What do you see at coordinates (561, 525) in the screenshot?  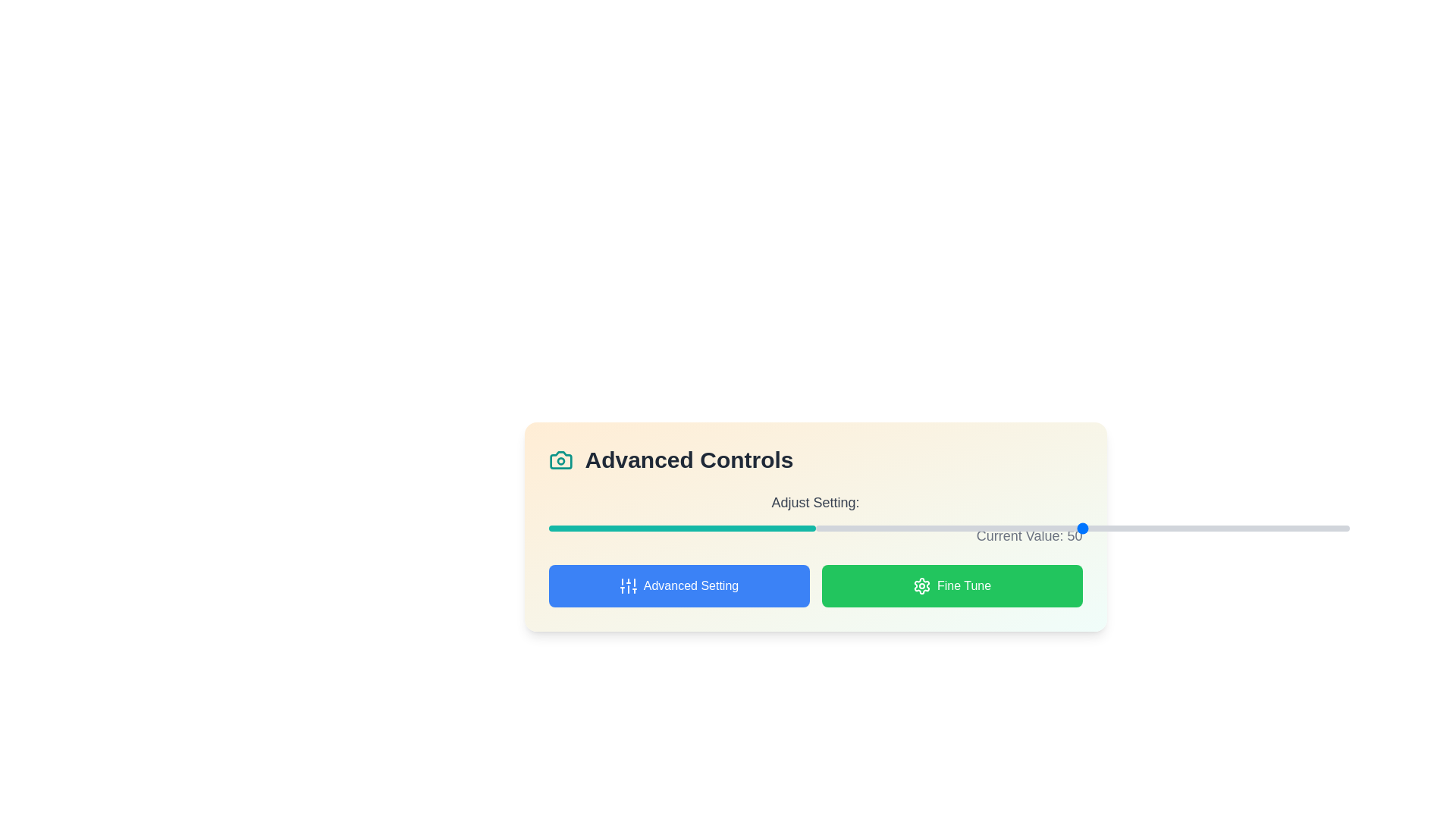 I see `the slider` at bounding box center [561, 525].